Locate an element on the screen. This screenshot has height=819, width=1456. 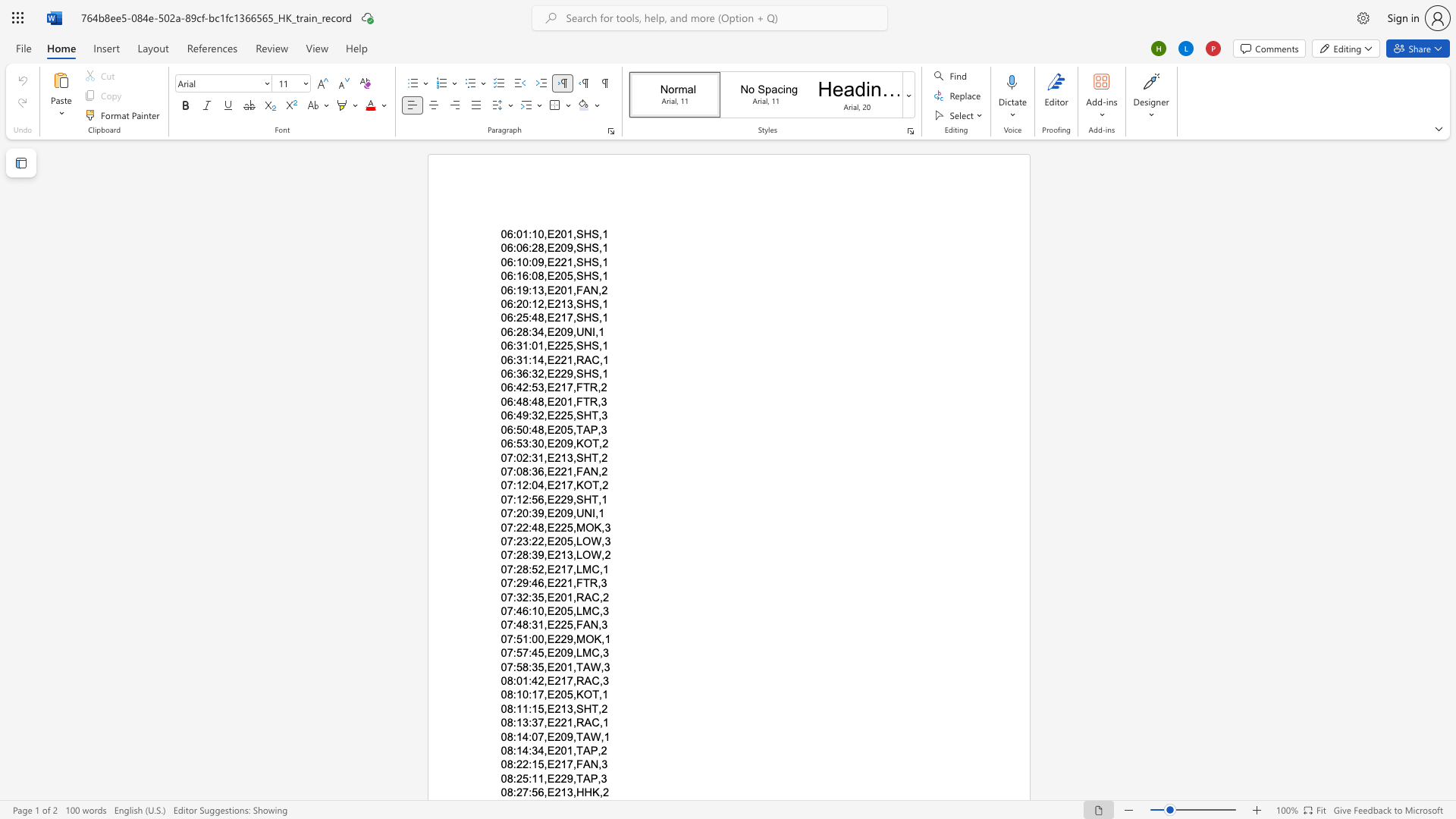
the subset text "AW,1" within the text "08:14:07,E209,TAW,1" is located at coordinates (582, 736).